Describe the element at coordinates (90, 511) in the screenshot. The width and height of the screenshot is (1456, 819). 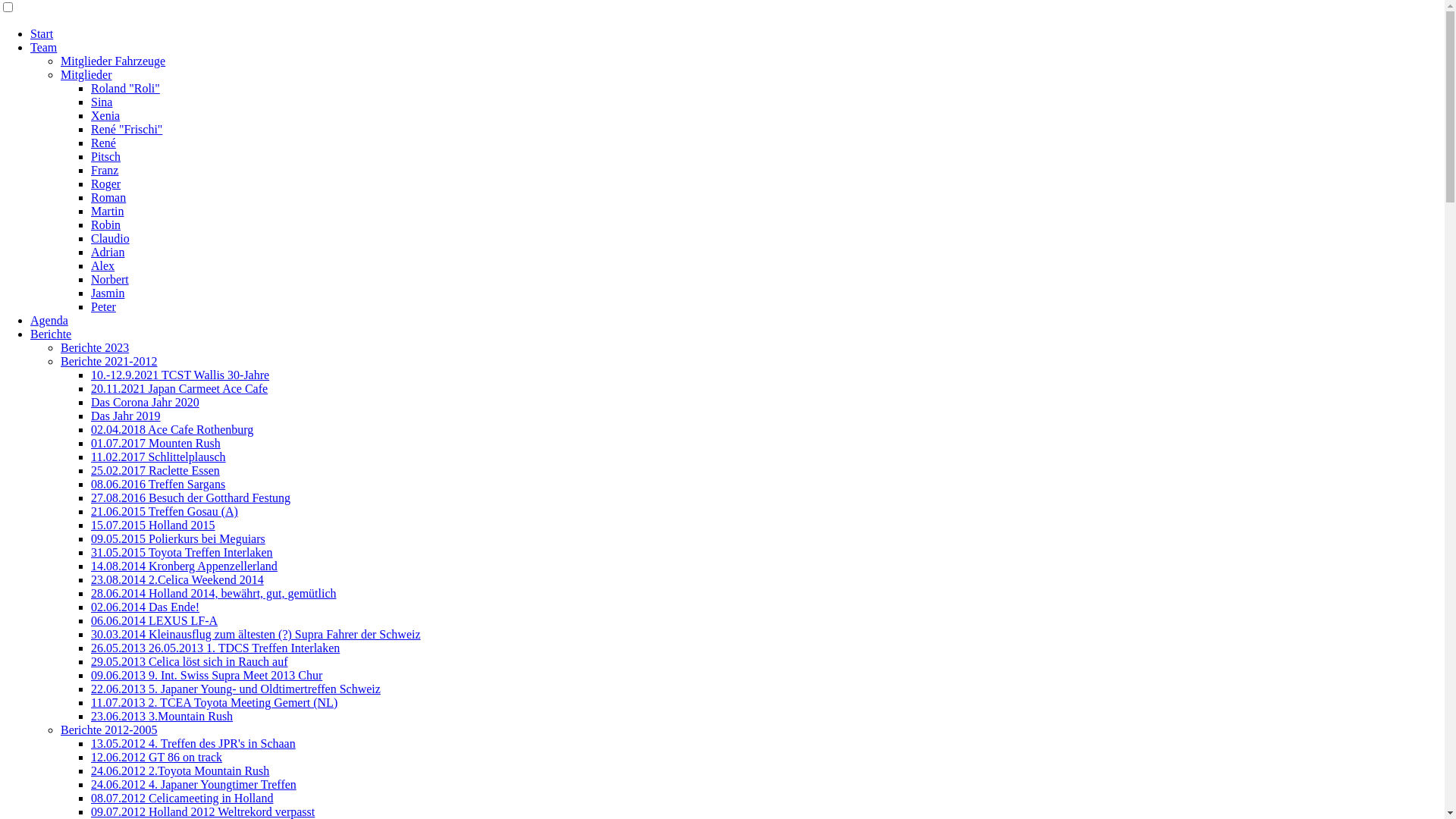
I see `'21.06.2015 Treffen Gosau (A)'` at that location.